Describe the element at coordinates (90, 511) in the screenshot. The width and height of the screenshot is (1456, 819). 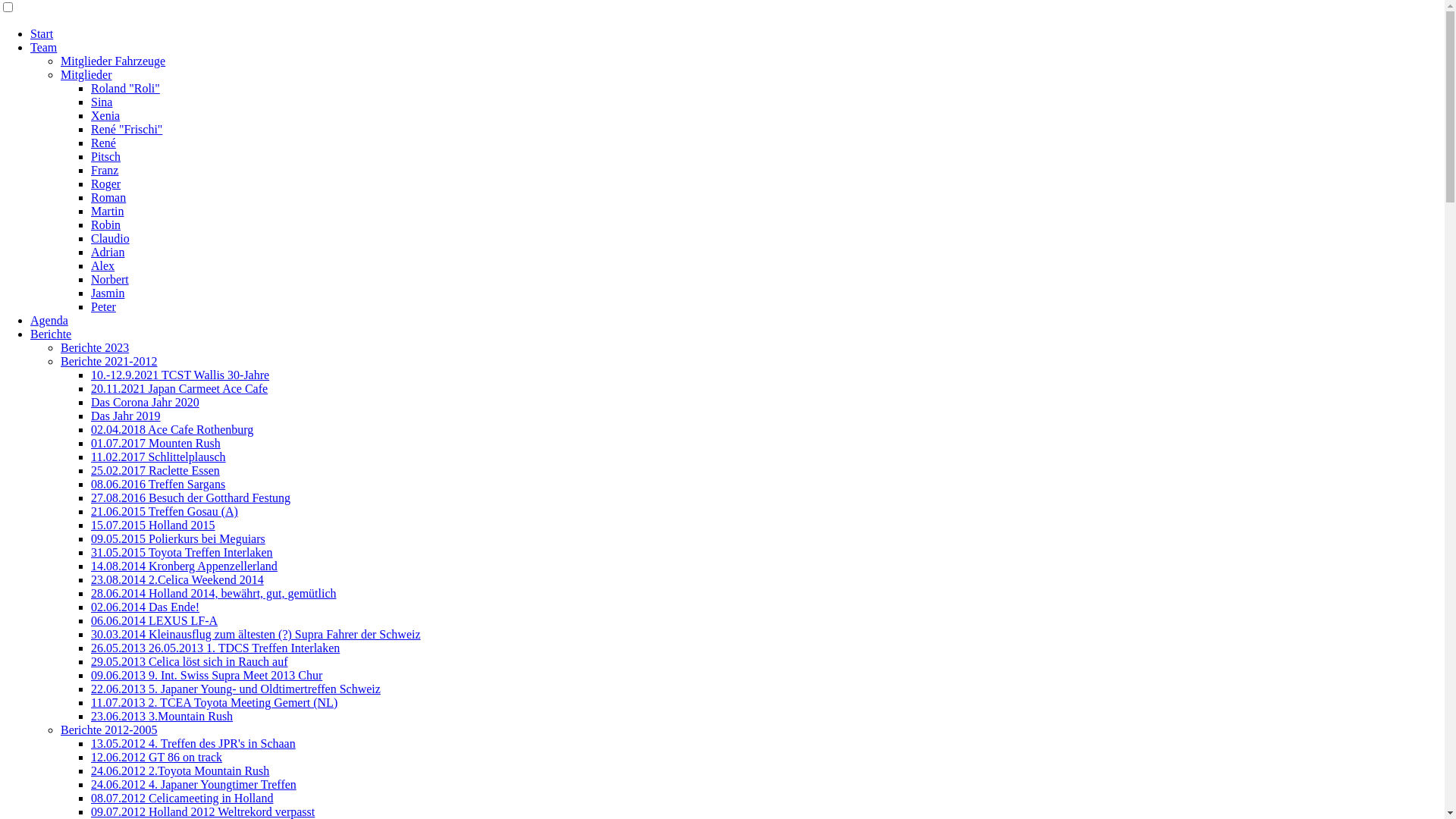
I see `'21.06.2015 Treffen Gosau (A)'` at that location.